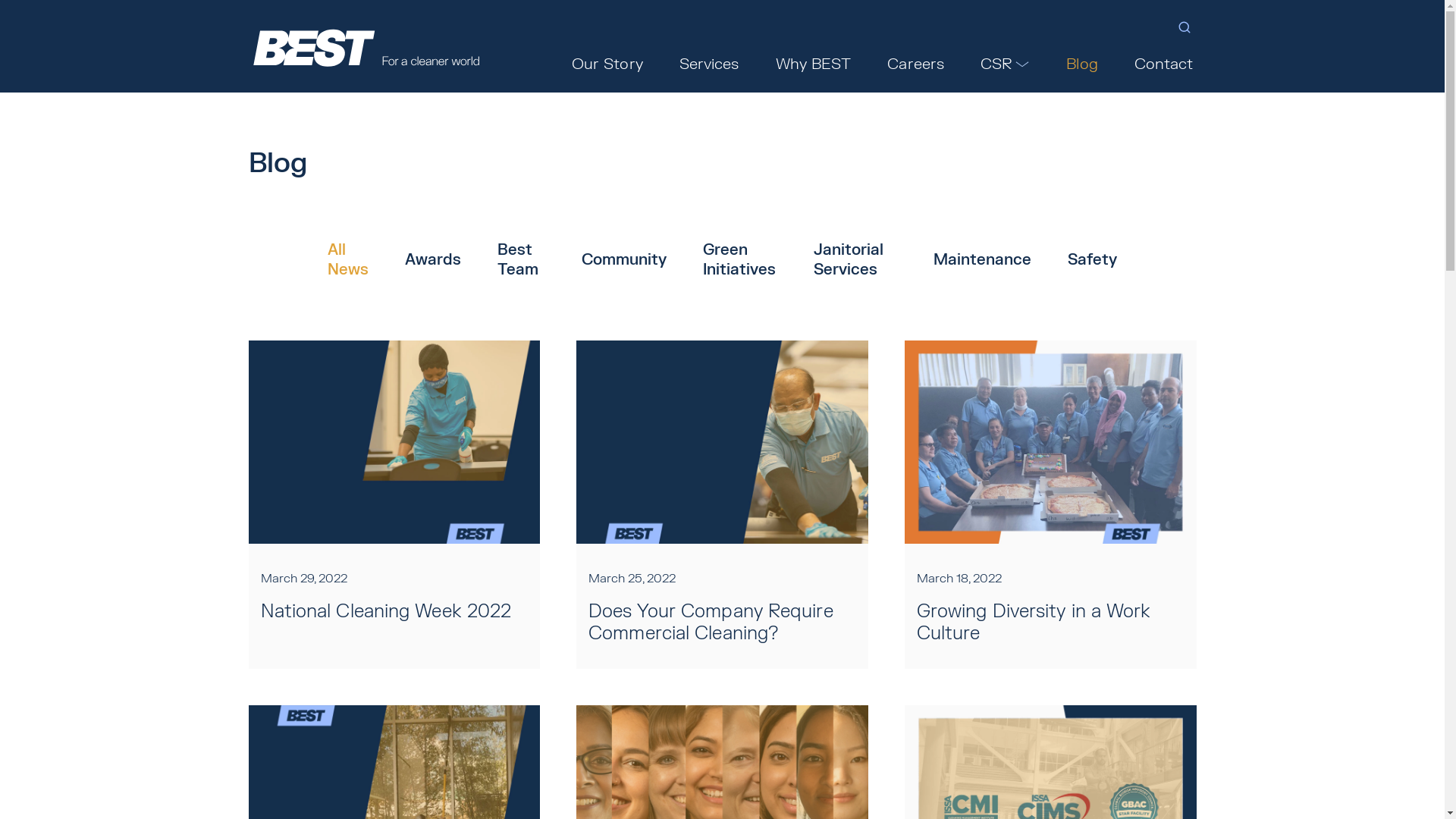 The image size is (1456, 819). Describe the element at coordinates (884, 63) in the screenshot. I see `'Careers'` at that location.